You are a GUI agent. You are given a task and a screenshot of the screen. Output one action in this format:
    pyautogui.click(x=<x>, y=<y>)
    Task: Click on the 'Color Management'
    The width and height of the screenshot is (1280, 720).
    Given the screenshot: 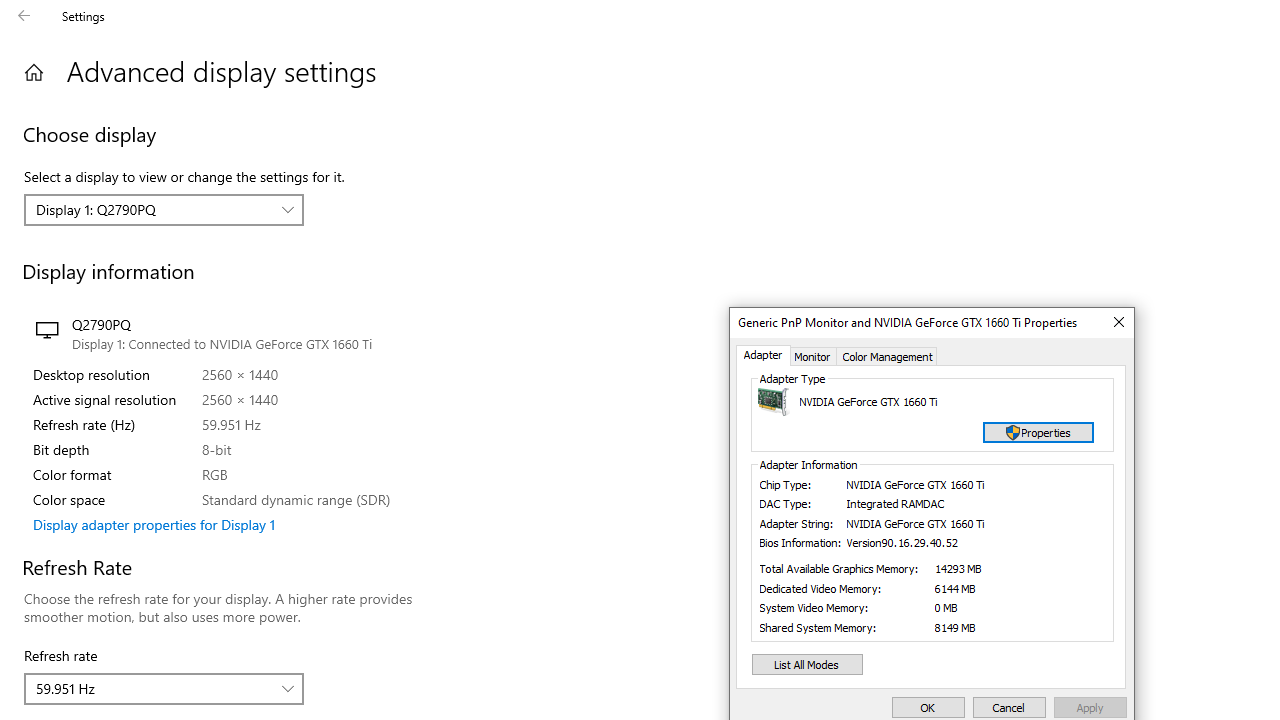 What is the action you would take?
    pyautogui.click(x=887, y=355)
    